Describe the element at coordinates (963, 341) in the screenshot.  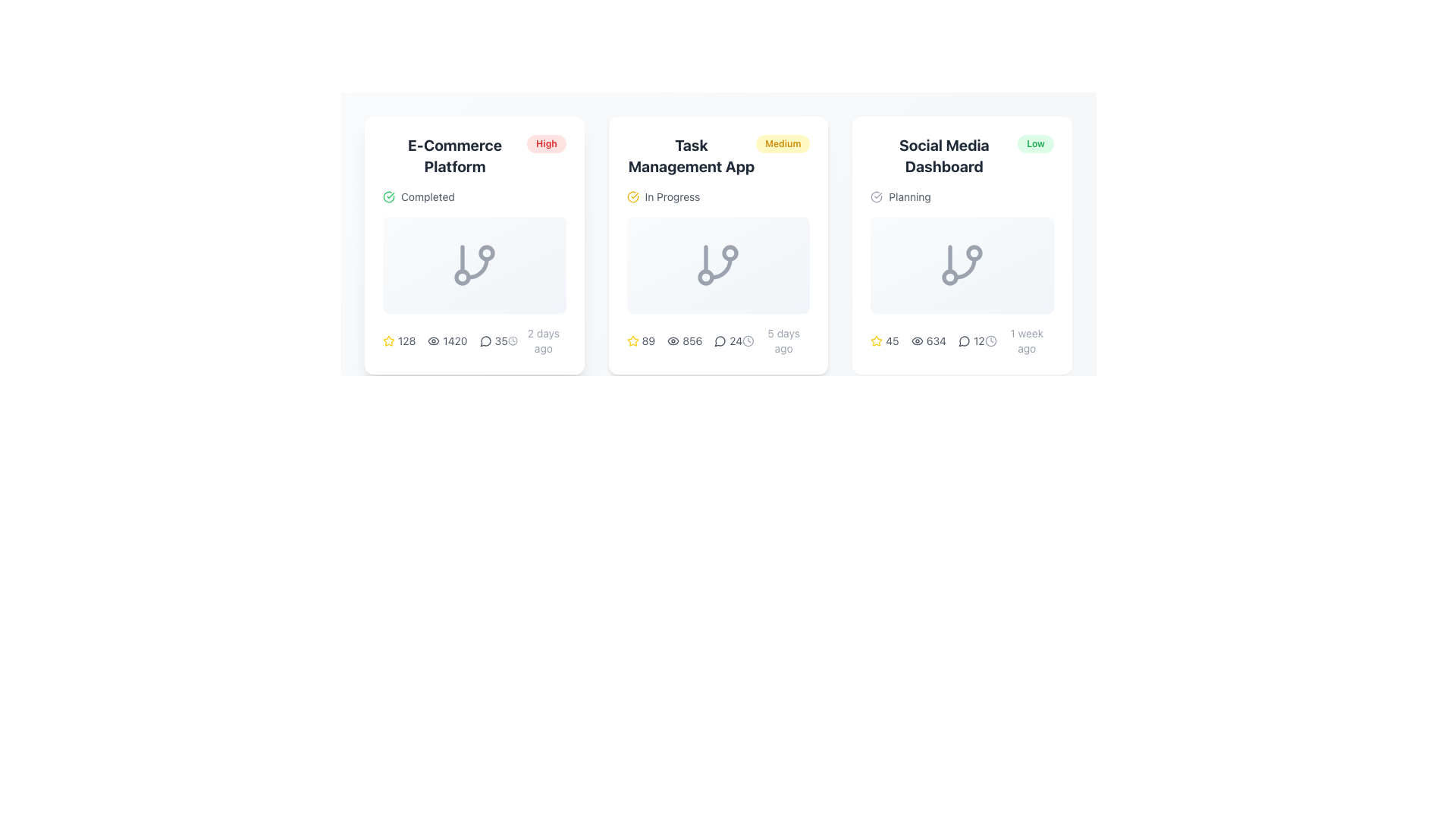
I see `the visual indicator icon for messages or comments within the third card labeled 'Social Media Dashboard'` at that location.